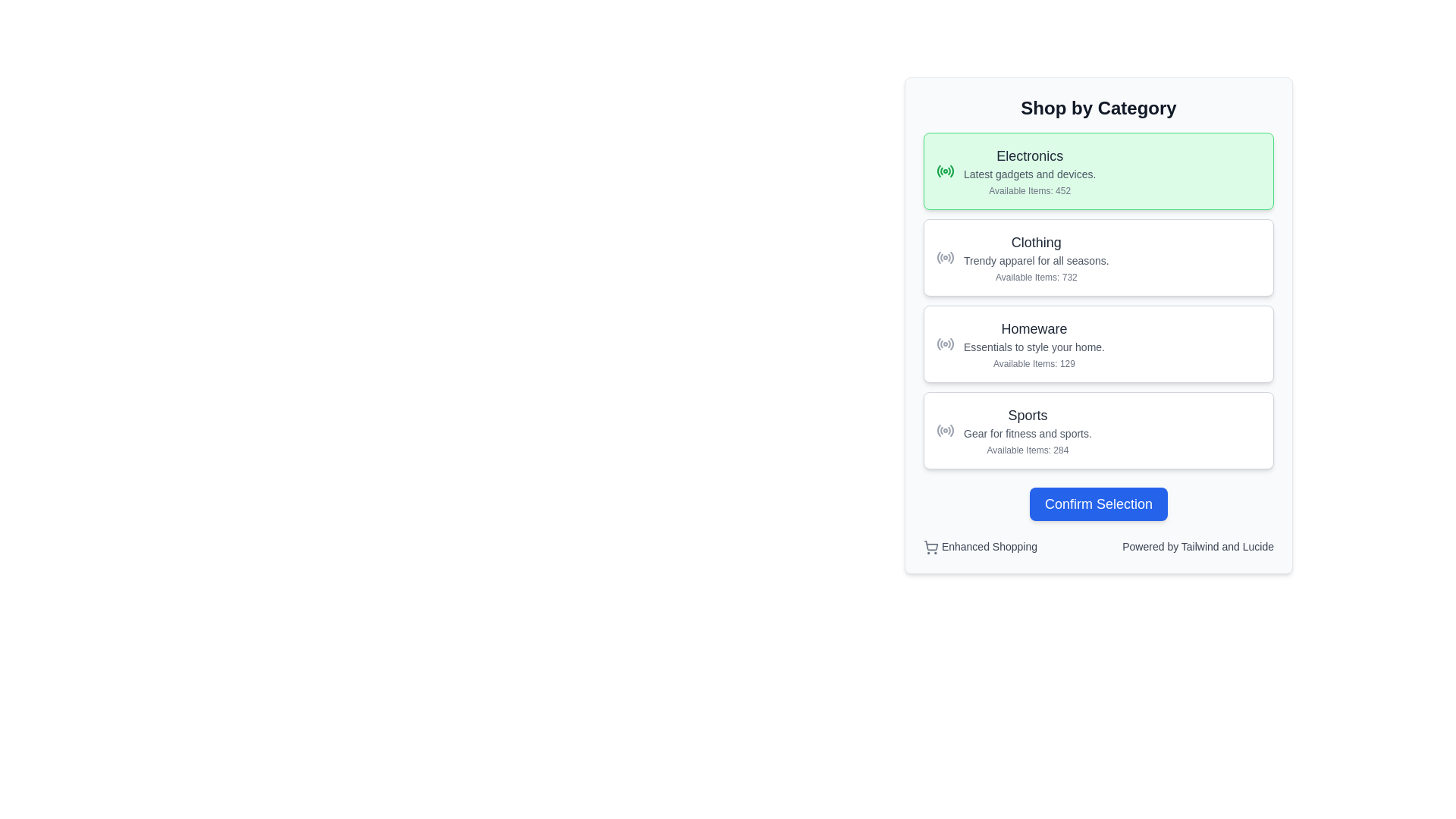  Describe the element at coordinates (1033, 328) in the screenshot. I see `the 'Homeware' text element, which is styled in a larger bold font and is located in the third category card under 'Shop by Category.'` at that location.